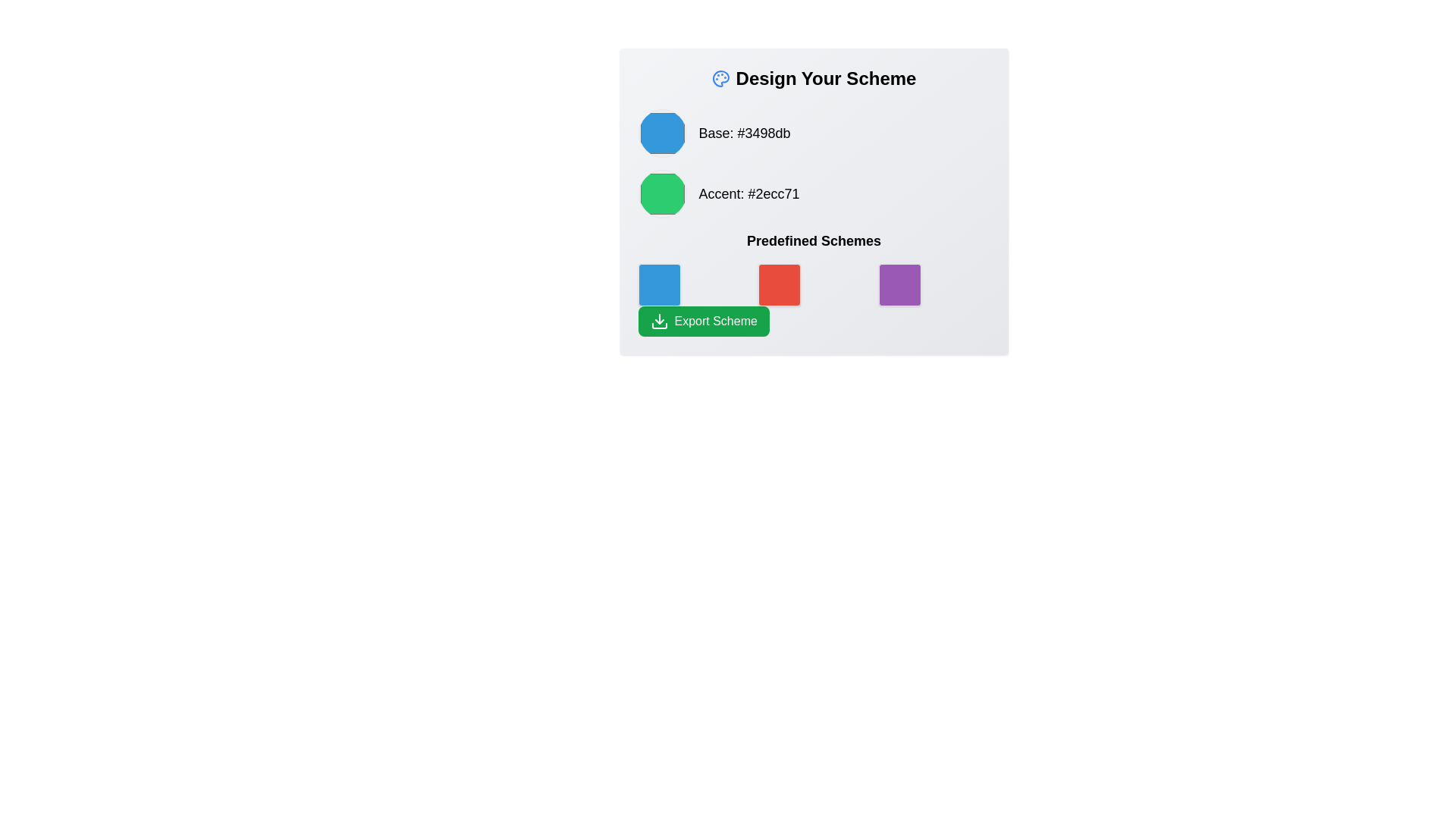  Describe the element at coordinates (813, 240) in the screenshot. I see `the text label indicating predefined color schemes located below the 'Accent: #2ecc71' label and above the grid of color samples` at that location.